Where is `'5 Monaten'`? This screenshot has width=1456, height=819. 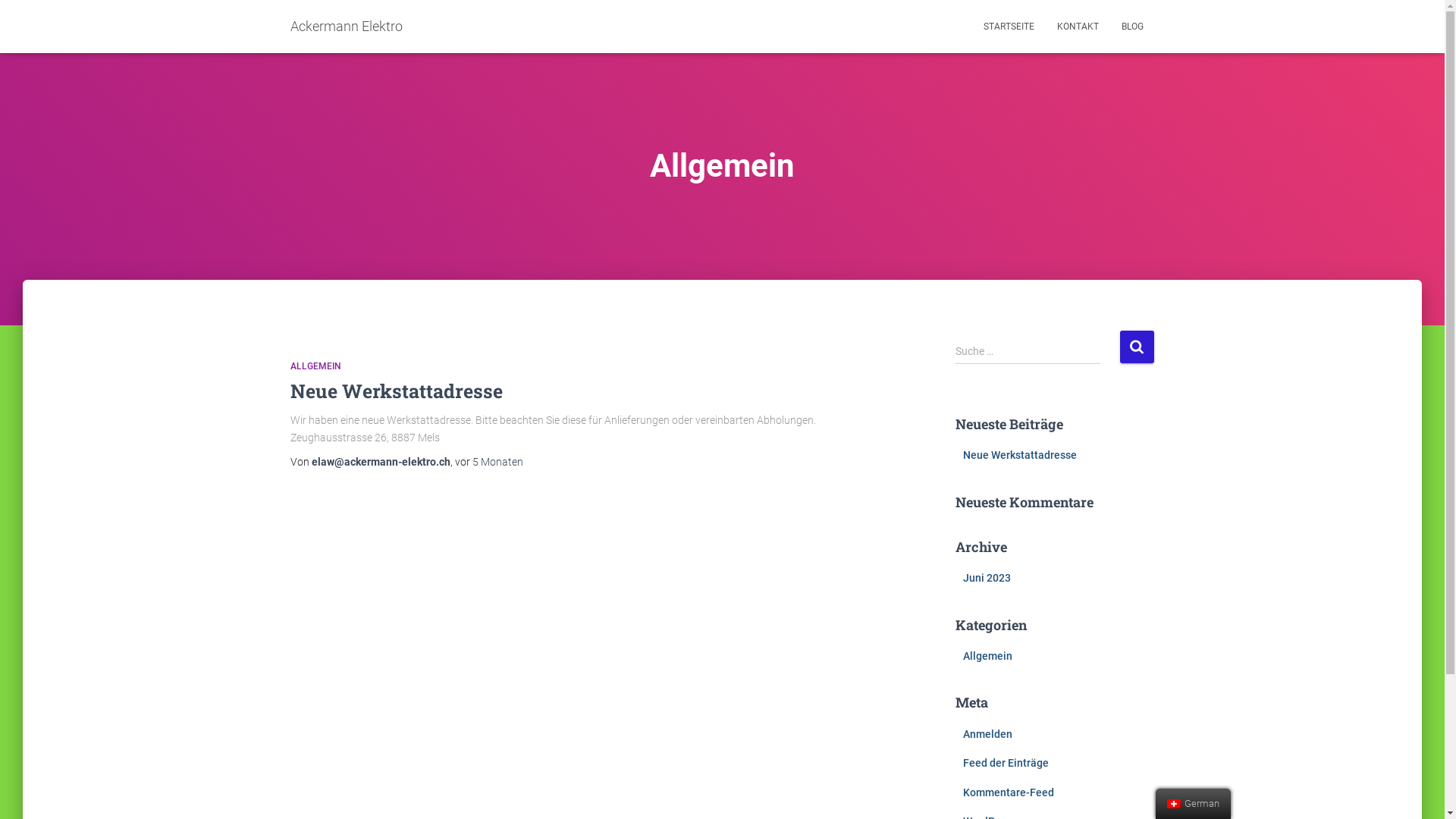 '5 Monaten' is located at coordinates (471, 461).